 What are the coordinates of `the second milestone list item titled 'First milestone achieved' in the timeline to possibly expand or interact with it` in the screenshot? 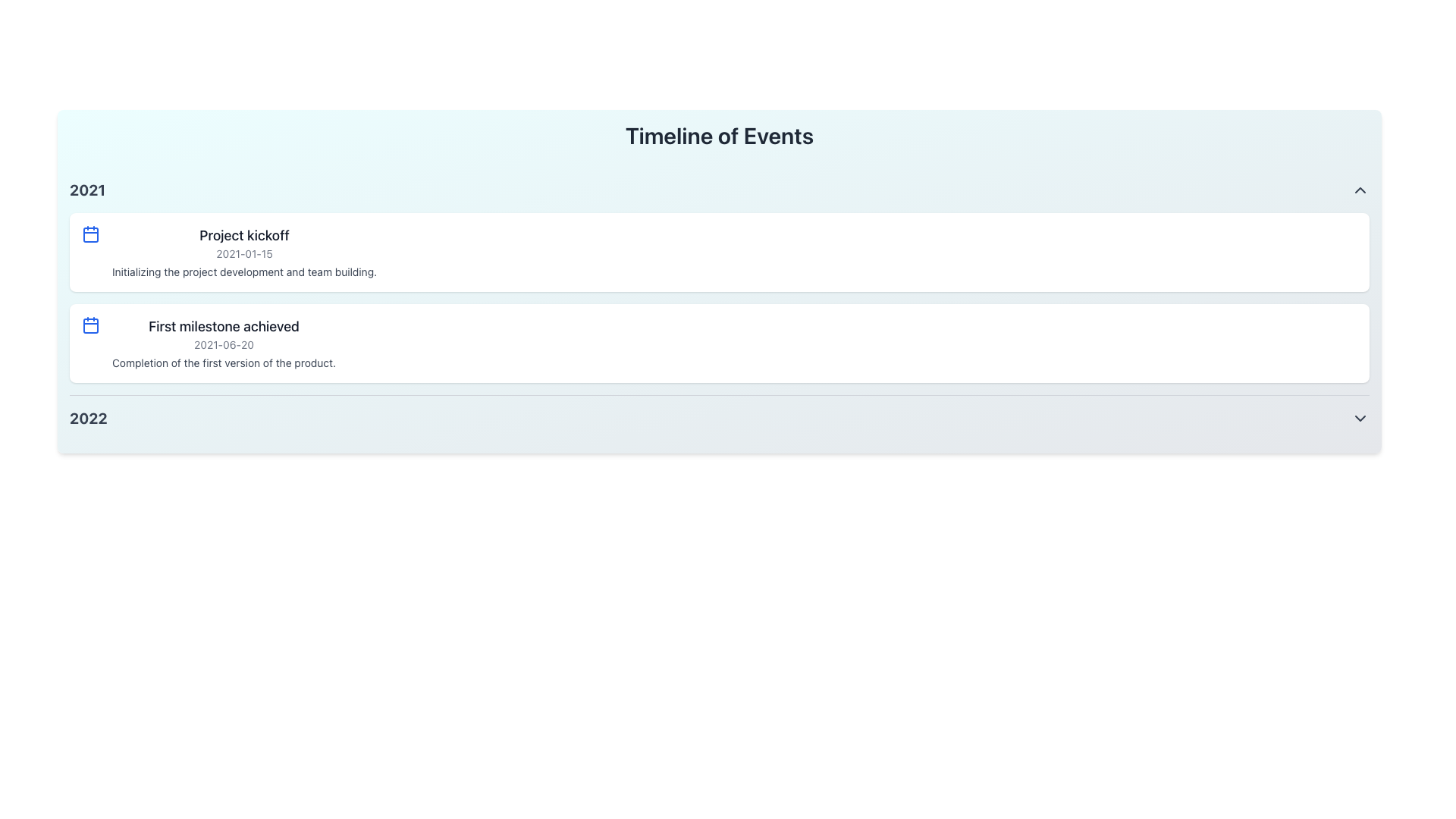 It's located at (223, 343).